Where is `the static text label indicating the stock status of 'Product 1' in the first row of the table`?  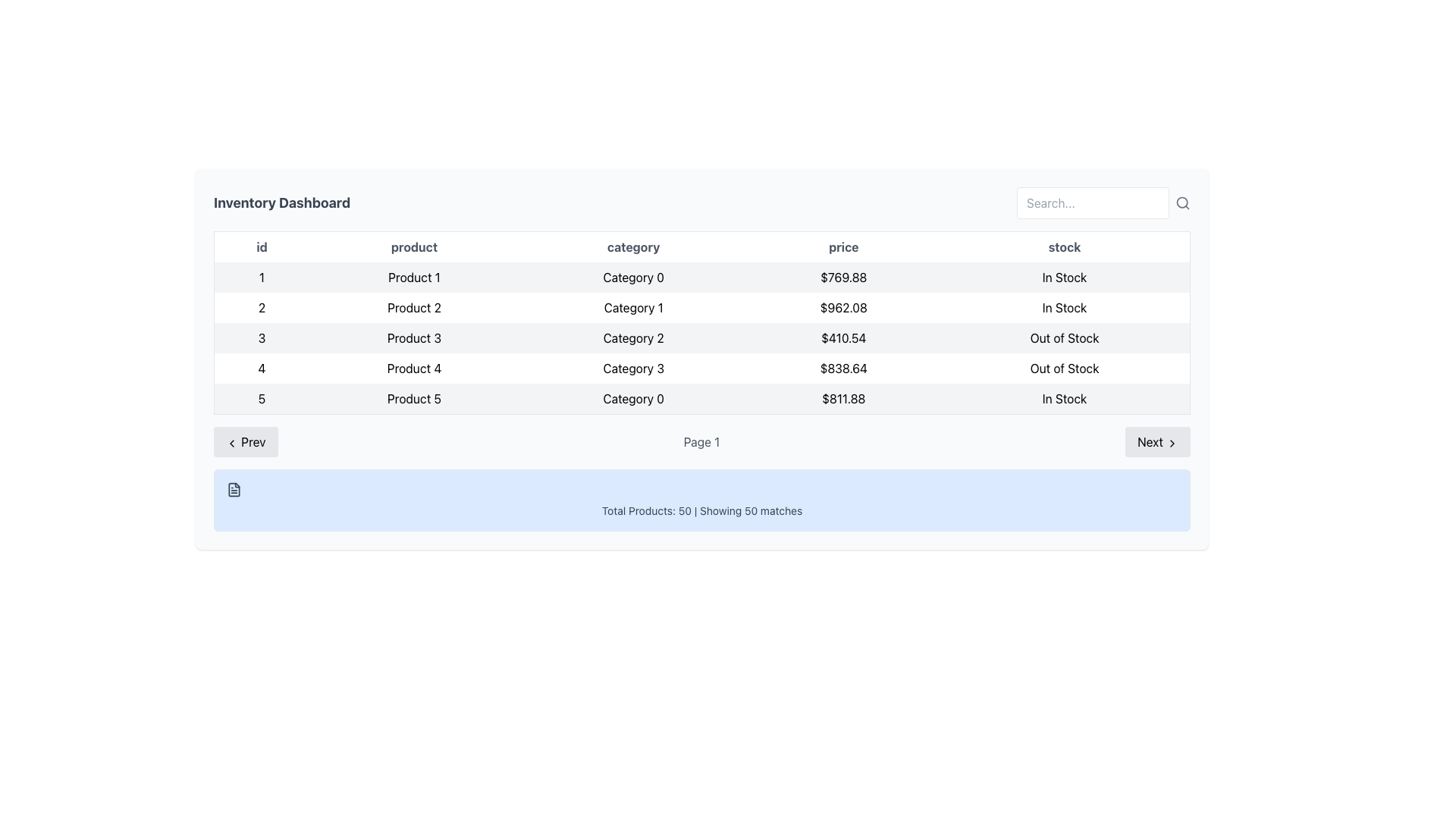
the static text label indicating the stock status of 'Product 1' in the first row of the table is located at coordinates (1064, 278).